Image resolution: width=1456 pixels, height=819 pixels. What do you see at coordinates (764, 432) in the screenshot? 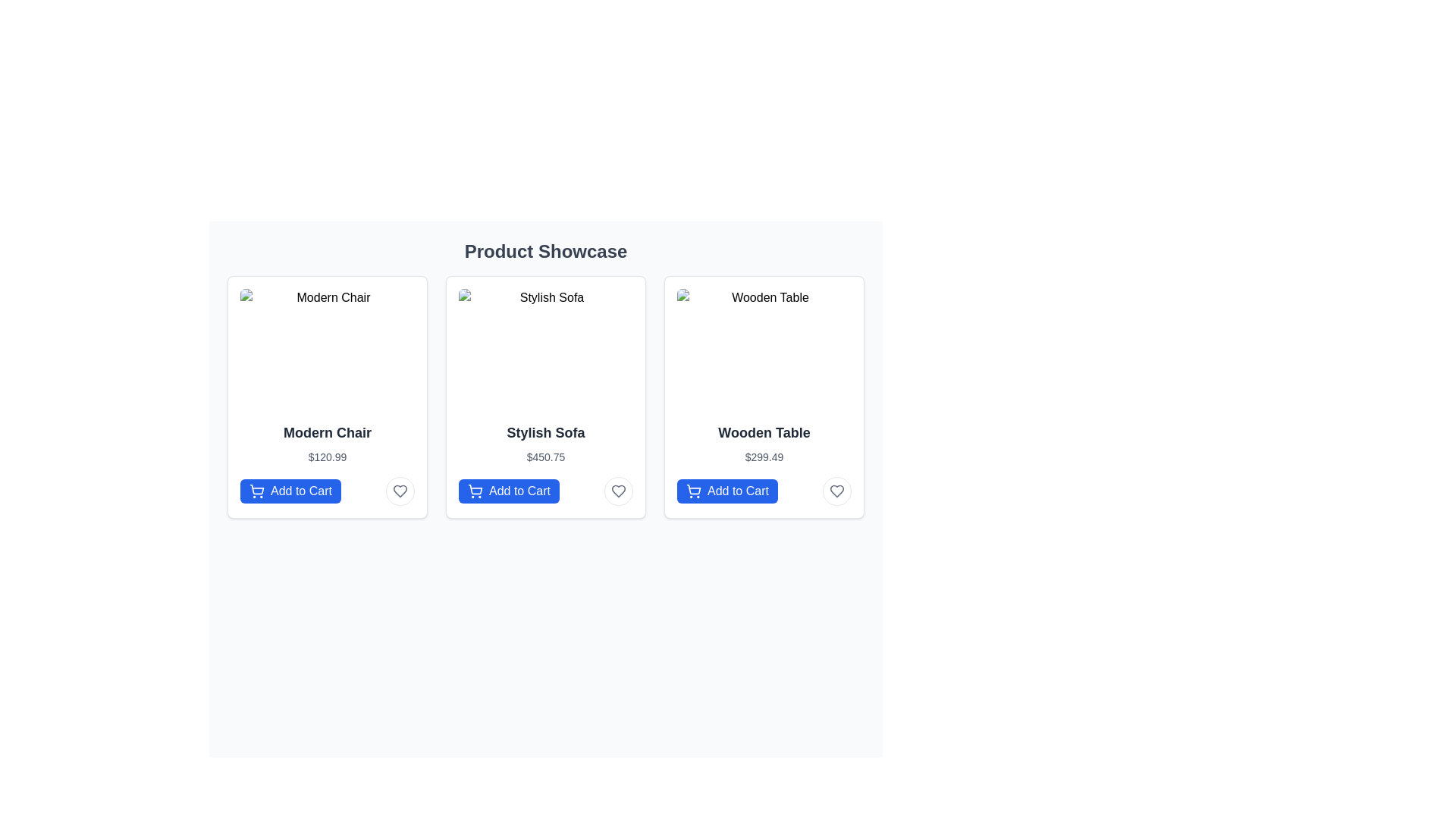
I see `the 'Wooden Table' text label, which is displayed in a bold font and dark gray color, located in the third card of the grid layout, positioned between the product image and the price label` at bounding box center [764, 432].